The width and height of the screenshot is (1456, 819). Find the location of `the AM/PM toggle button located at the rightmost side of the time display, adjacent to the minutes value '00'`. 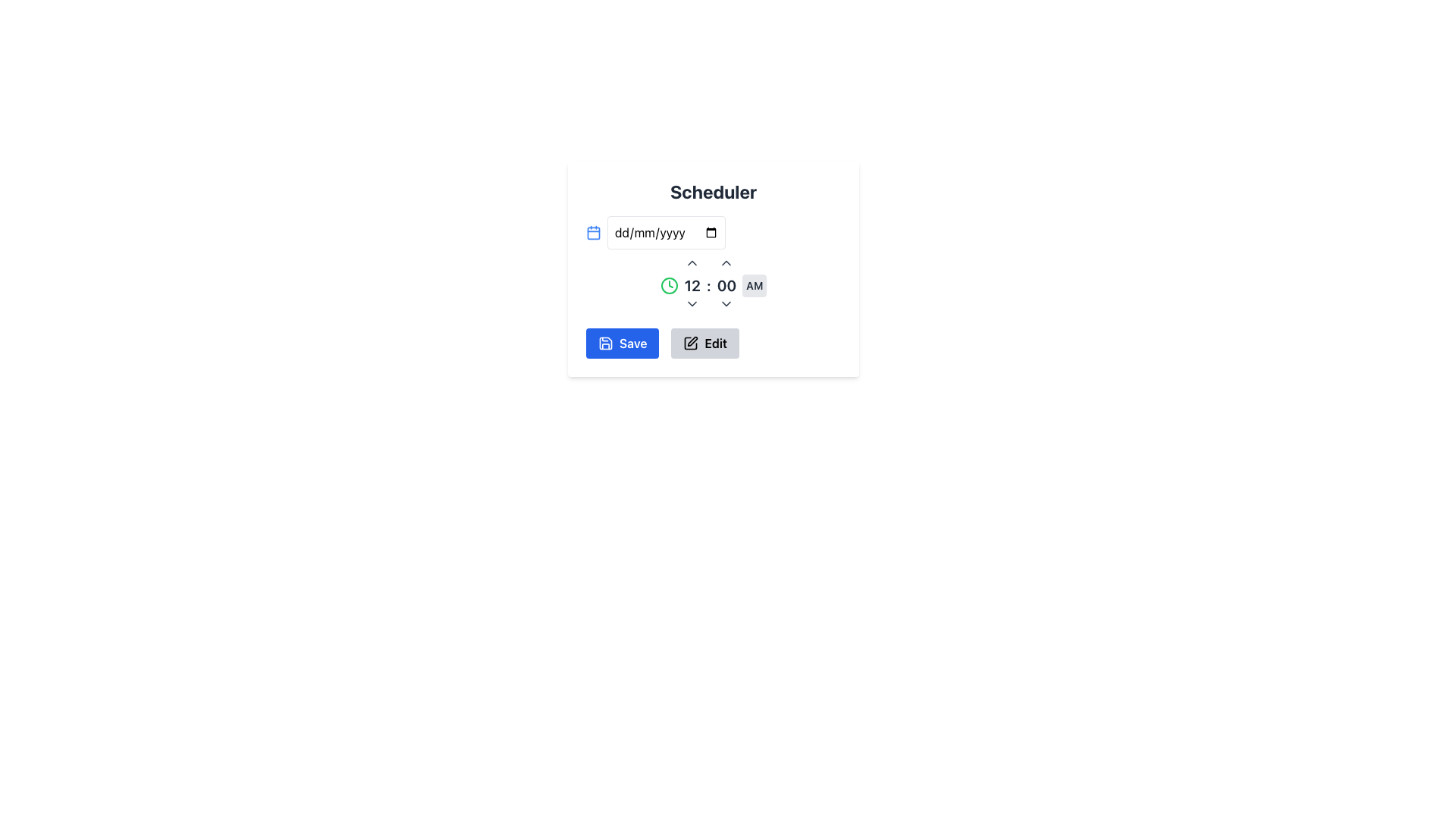

the AM/PM toggle button located at the rightmost side of the time display, adjacent to the minutes value '00' is located at coordinates (755, 286).